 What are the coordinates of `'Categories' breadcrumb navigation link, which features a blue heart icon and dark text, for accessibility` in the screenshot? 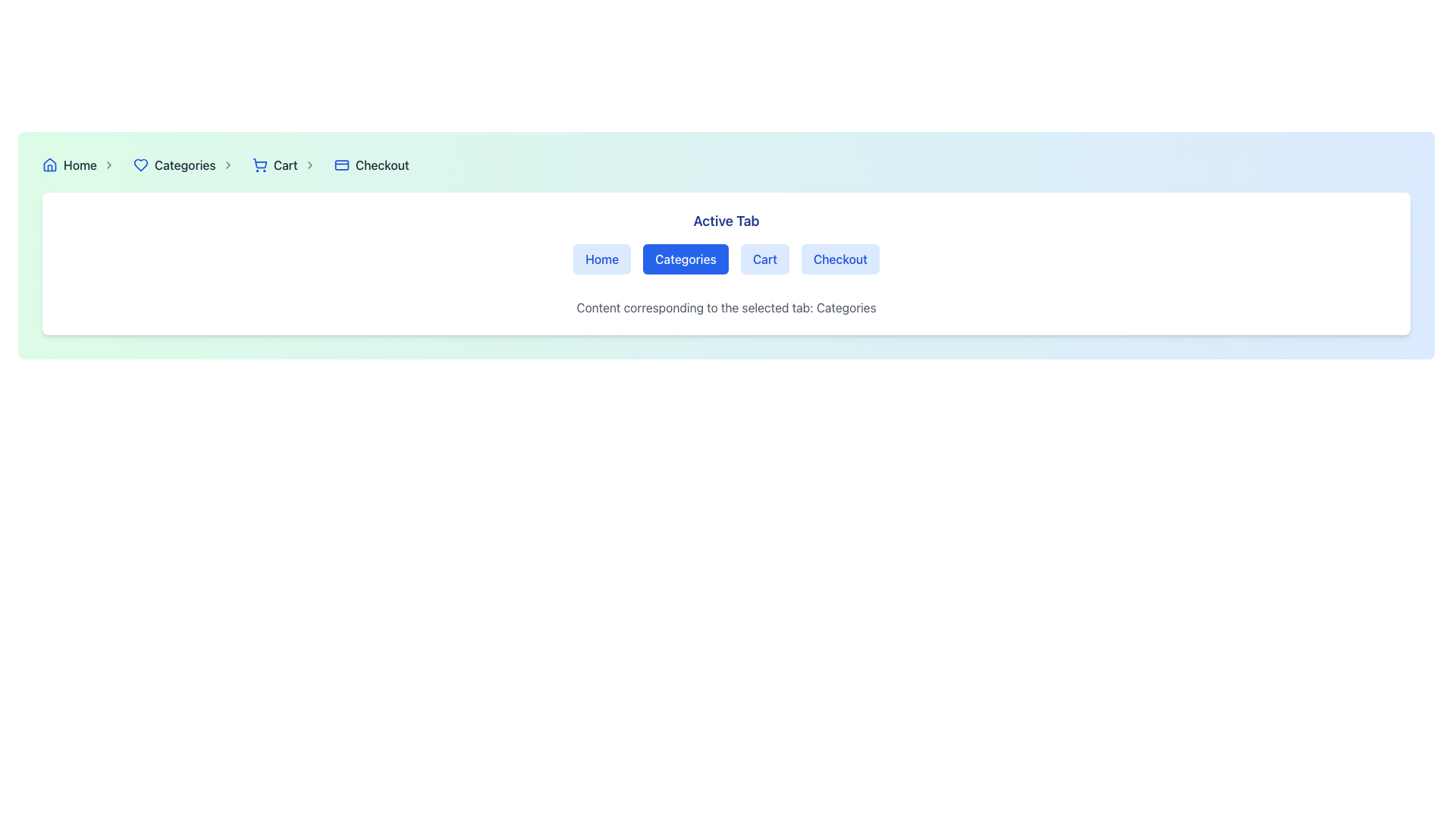 It's located at (186, 165).